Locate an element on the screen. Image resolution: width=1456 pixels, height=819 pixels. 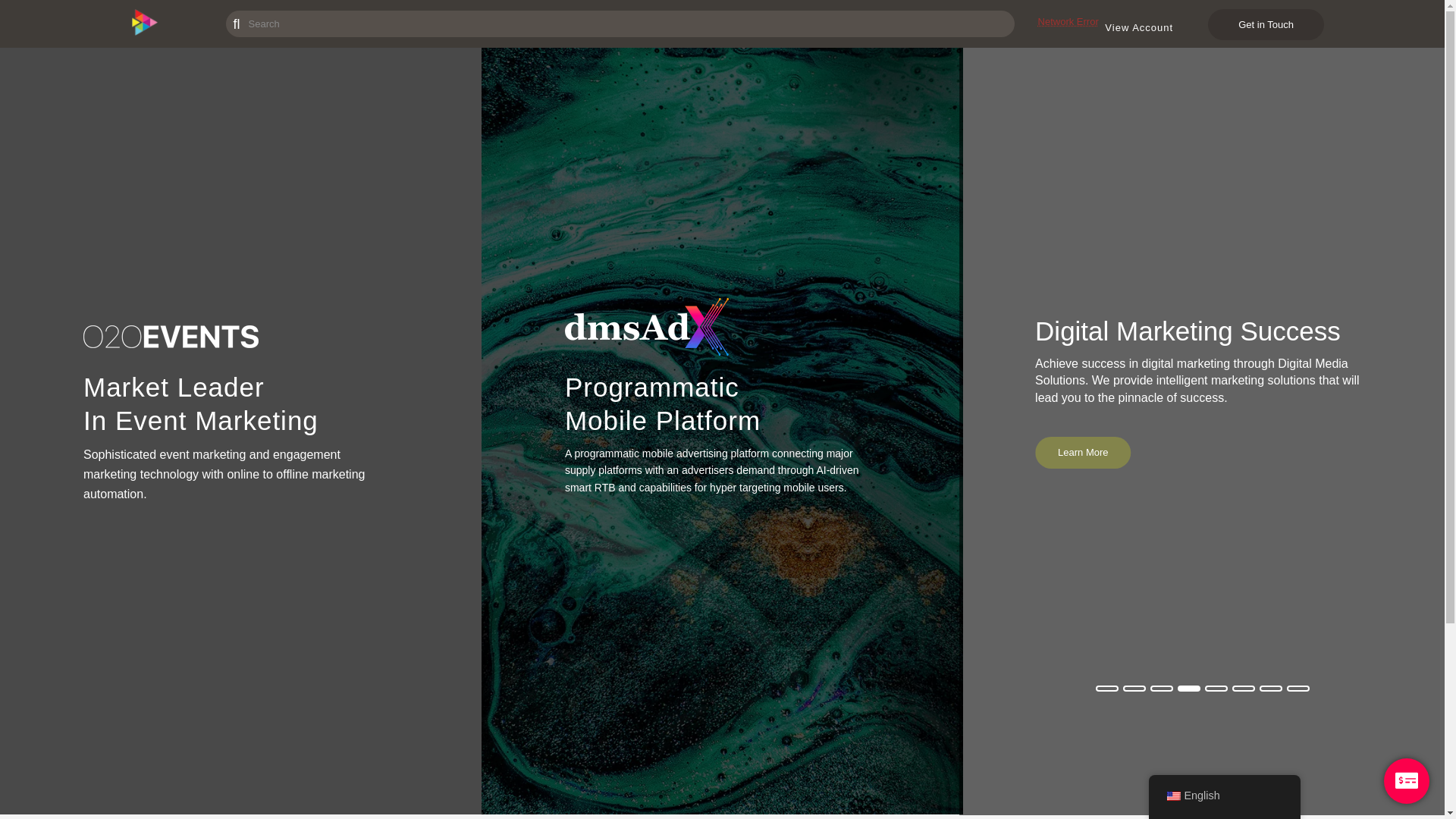
'4' is located at coordinates (1188, 688).